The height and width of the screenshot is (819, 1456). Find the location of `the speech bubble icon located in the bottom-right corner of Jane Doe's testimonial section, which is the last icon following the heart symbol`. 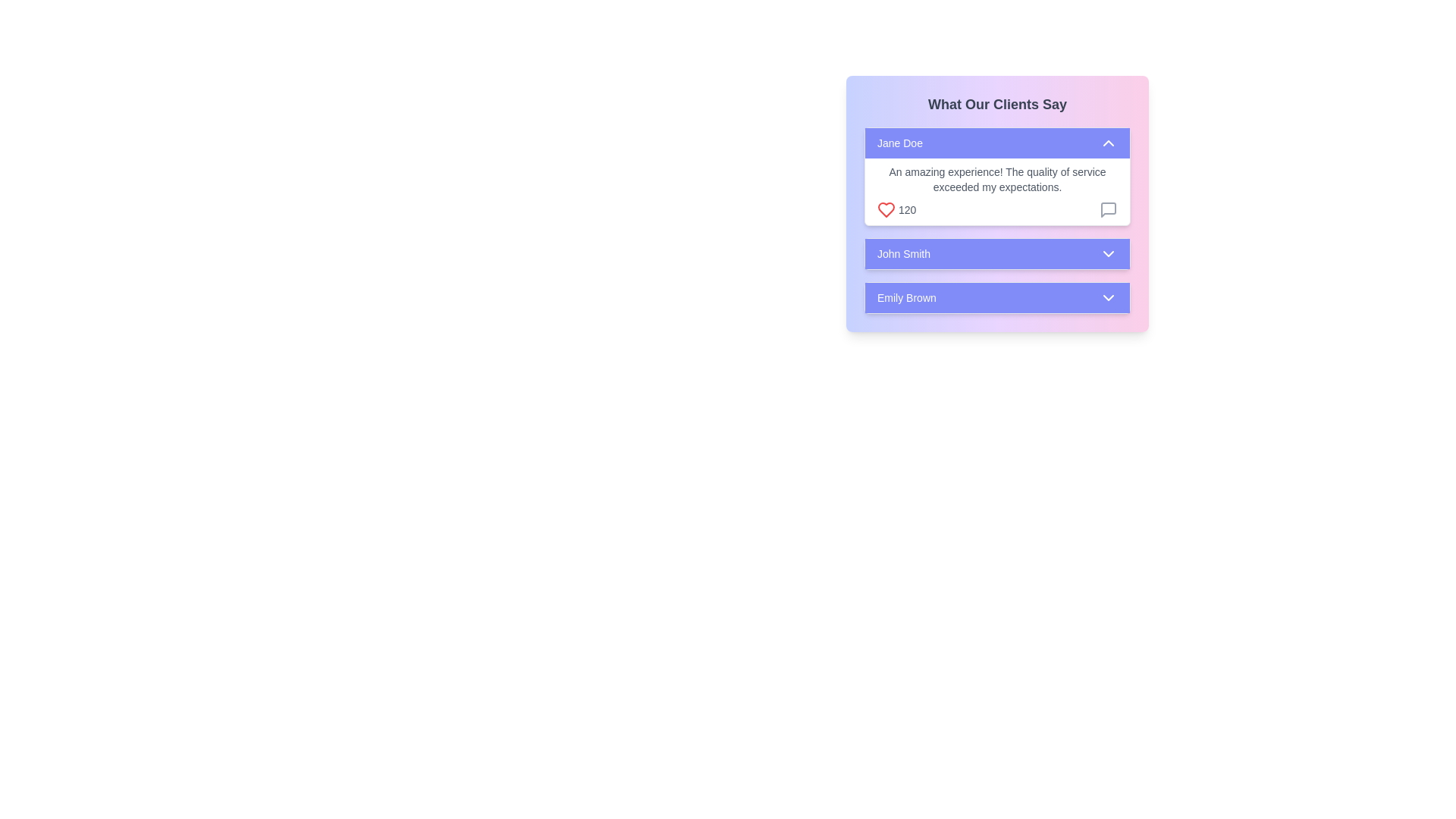

the speech bubble icon located in the bottom-right corner of Jane Doe's testimonial section, which is the last icon following the heart symbol is located at coordinates (1109, 210).